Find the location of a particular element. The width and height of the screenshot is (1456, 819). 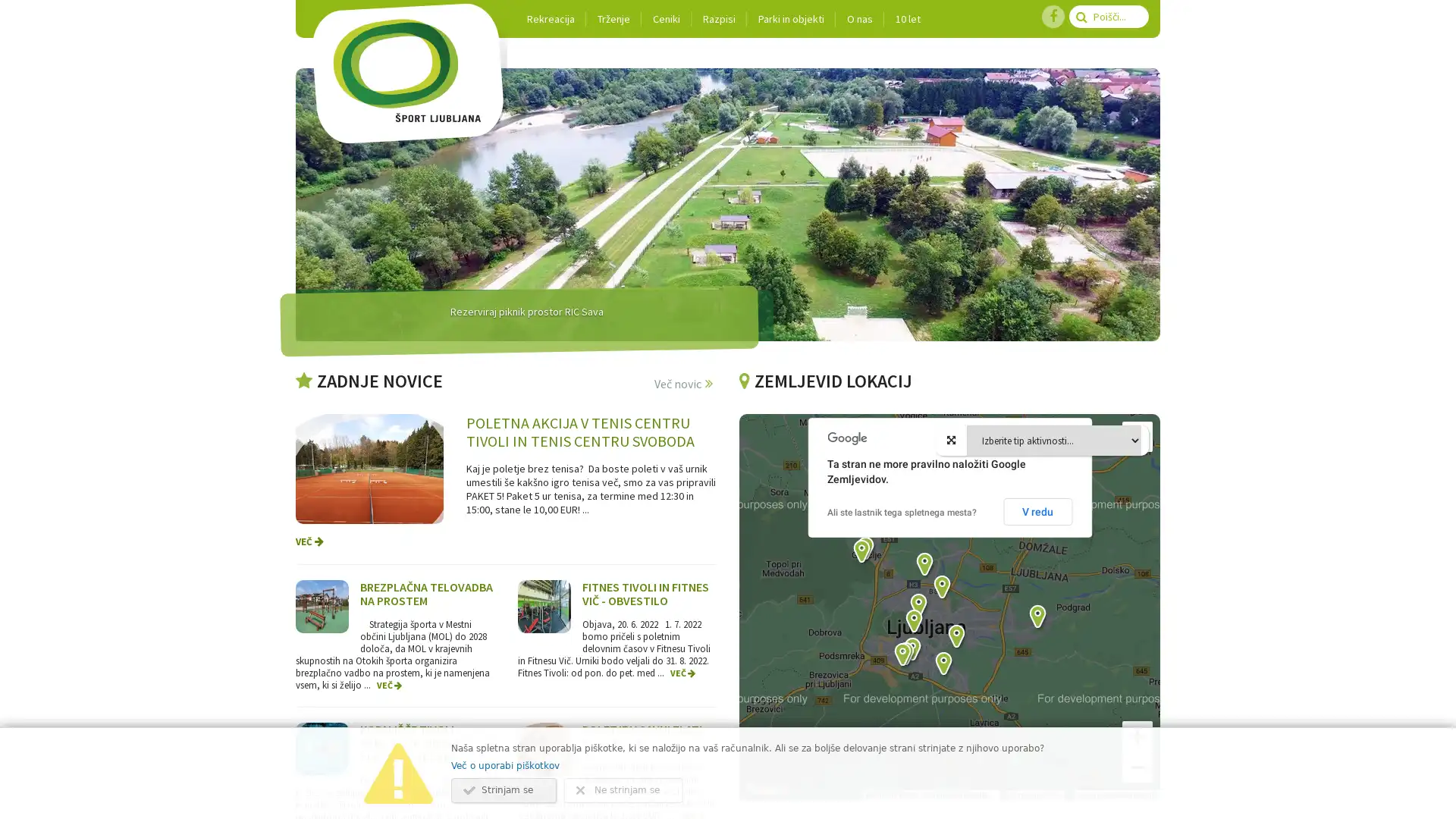

Kako do nas? is located at coordinates (909, 674).